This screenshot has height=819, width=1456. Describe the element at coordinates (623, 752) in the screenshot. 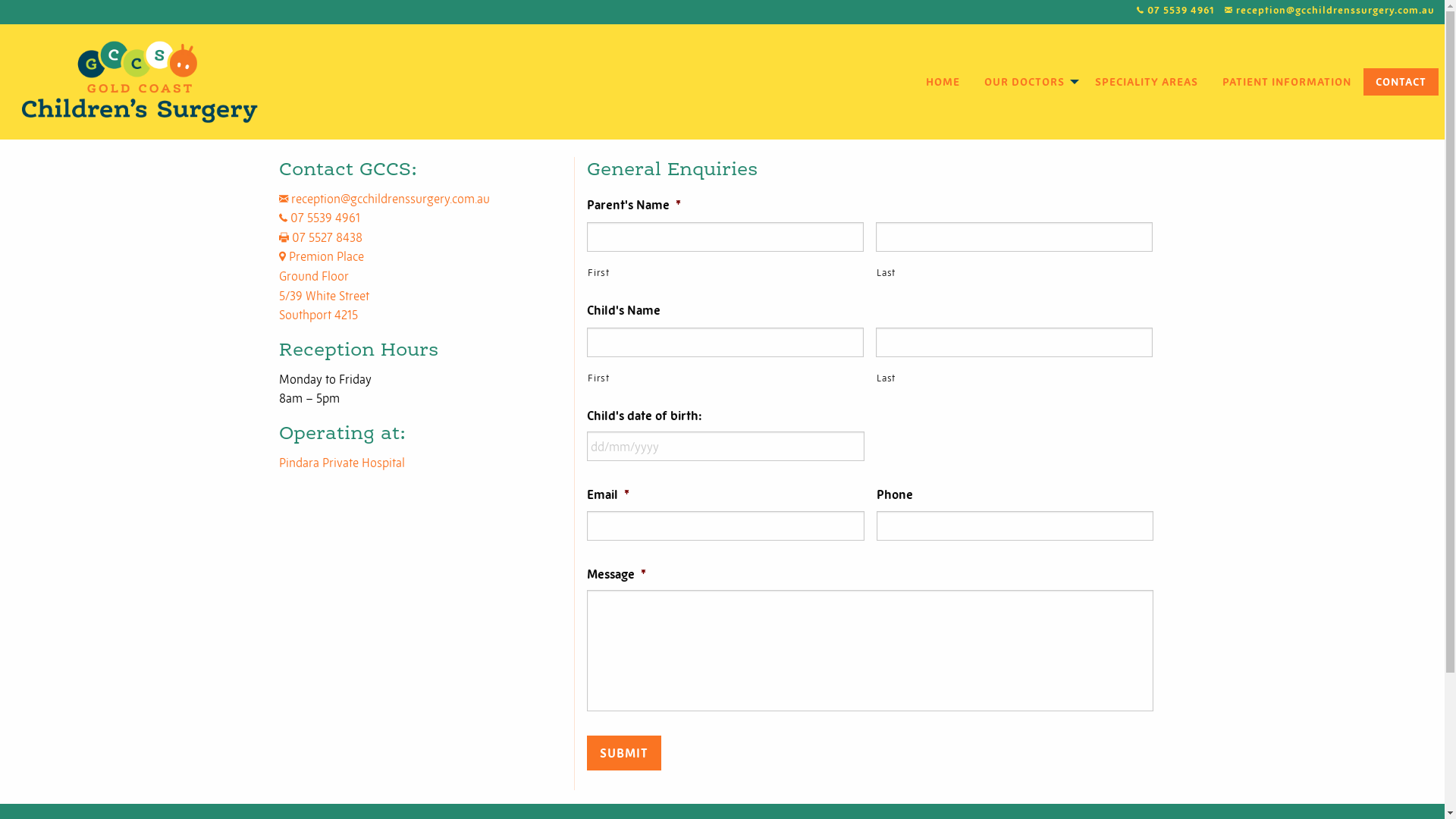

I see `'Submit'` at that location.